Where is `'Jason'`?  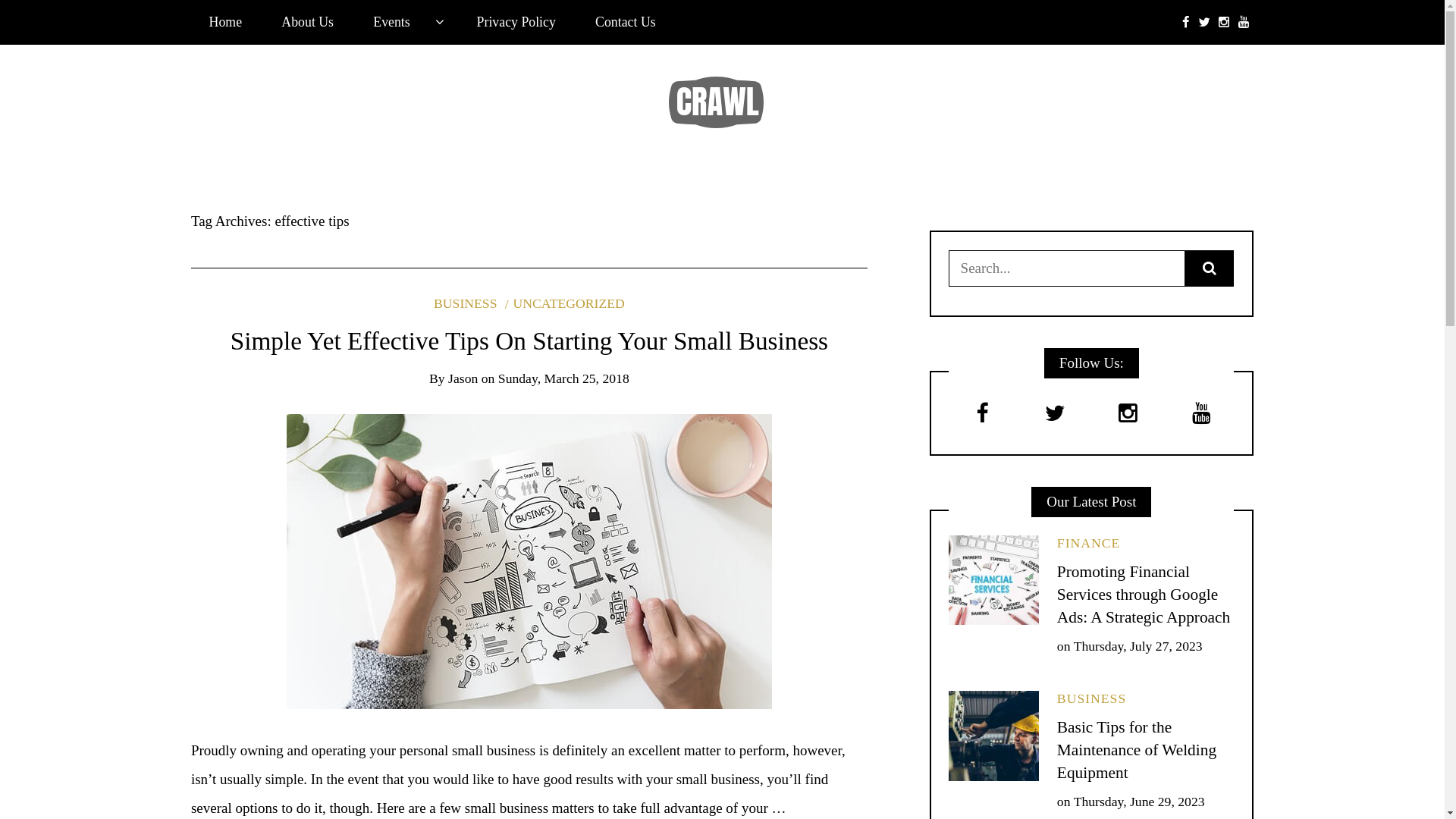
'Jason' is located at coordinates (462, 377).